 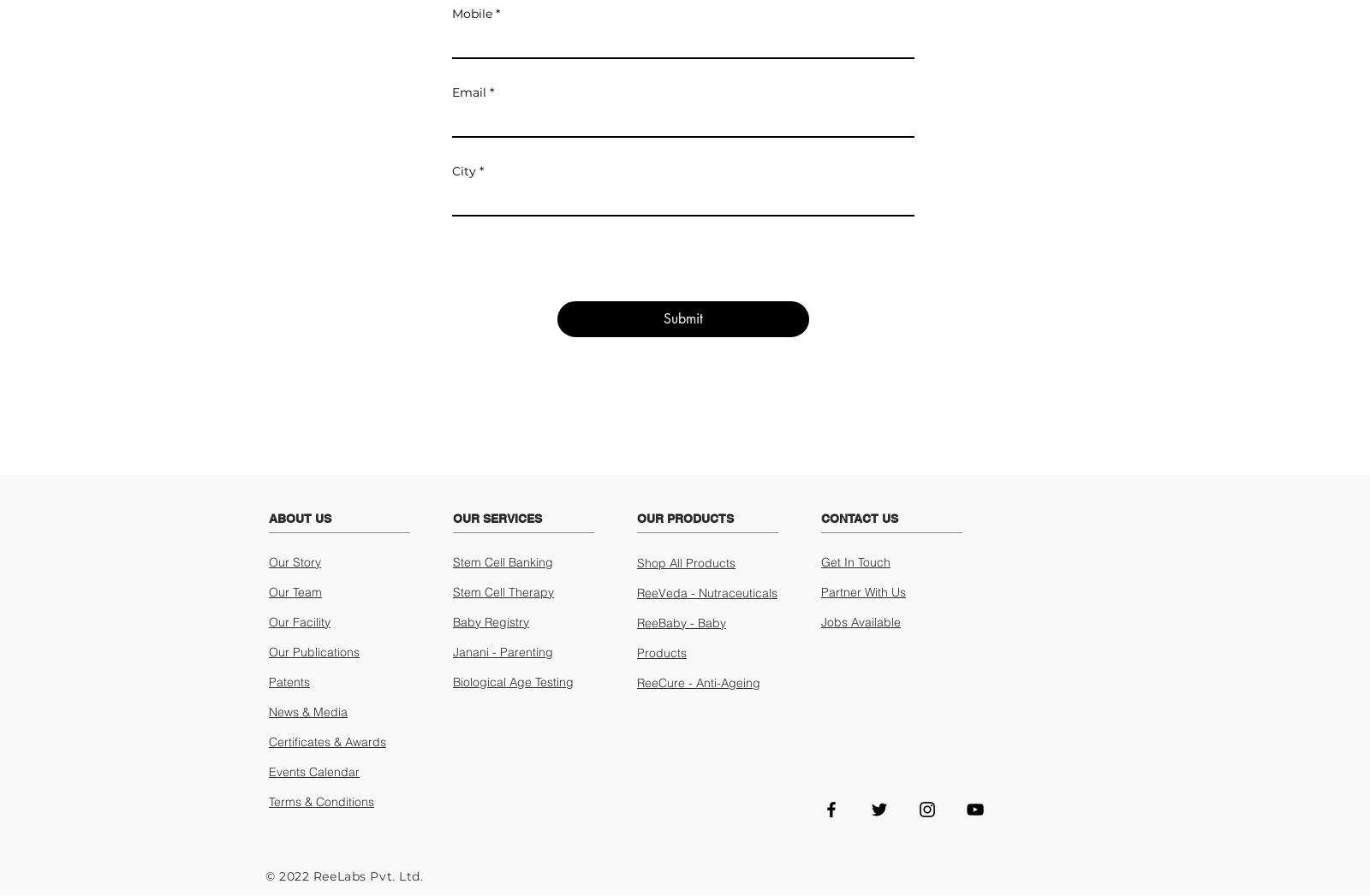 I want to click on 'Mobile', so click(x=471, y=11).